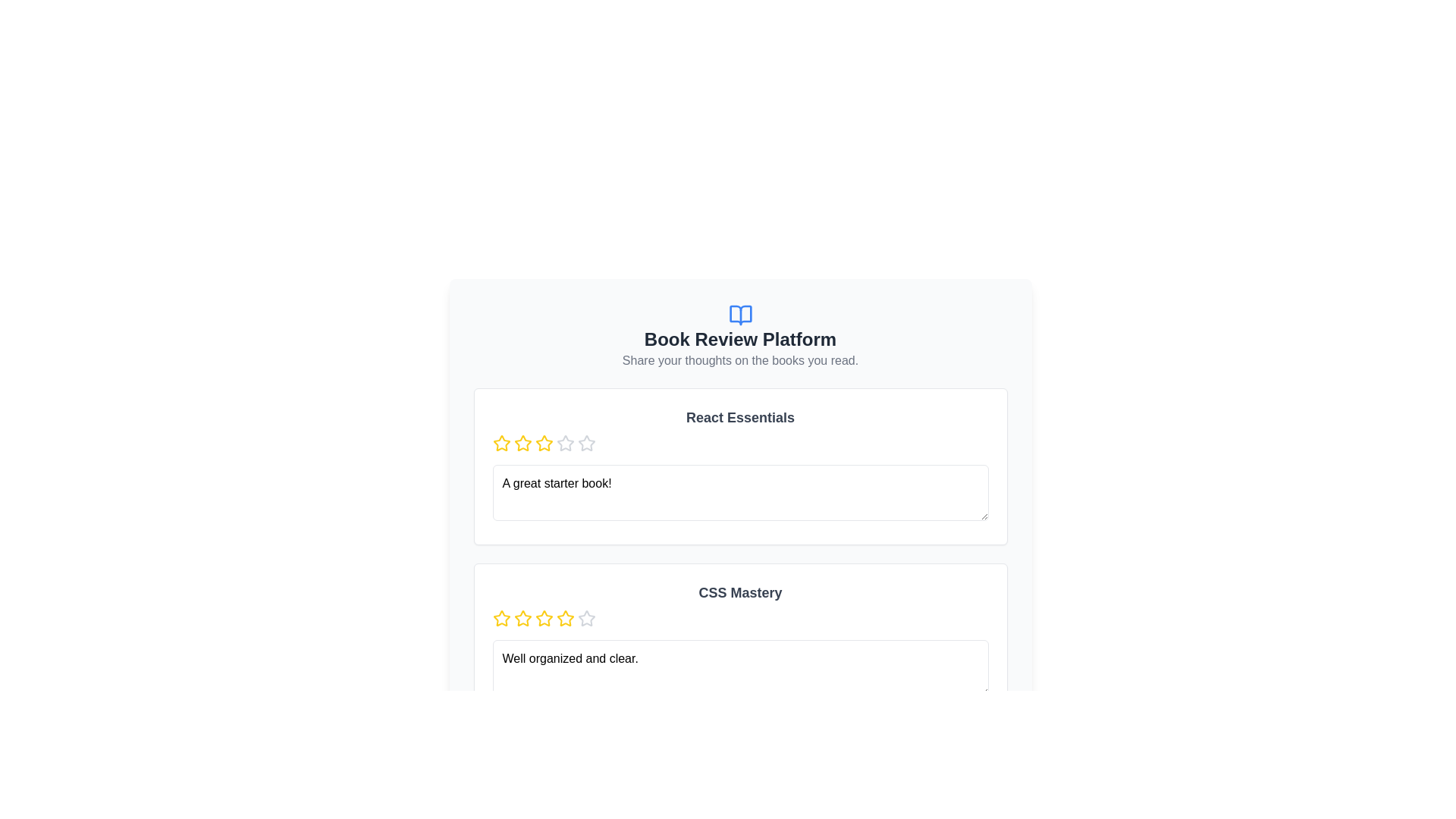 This screenshot has width=1456, height=819. I want to click on one of the stars in the Rating component below the 'CSS Mastery' title, so click(740, 619).